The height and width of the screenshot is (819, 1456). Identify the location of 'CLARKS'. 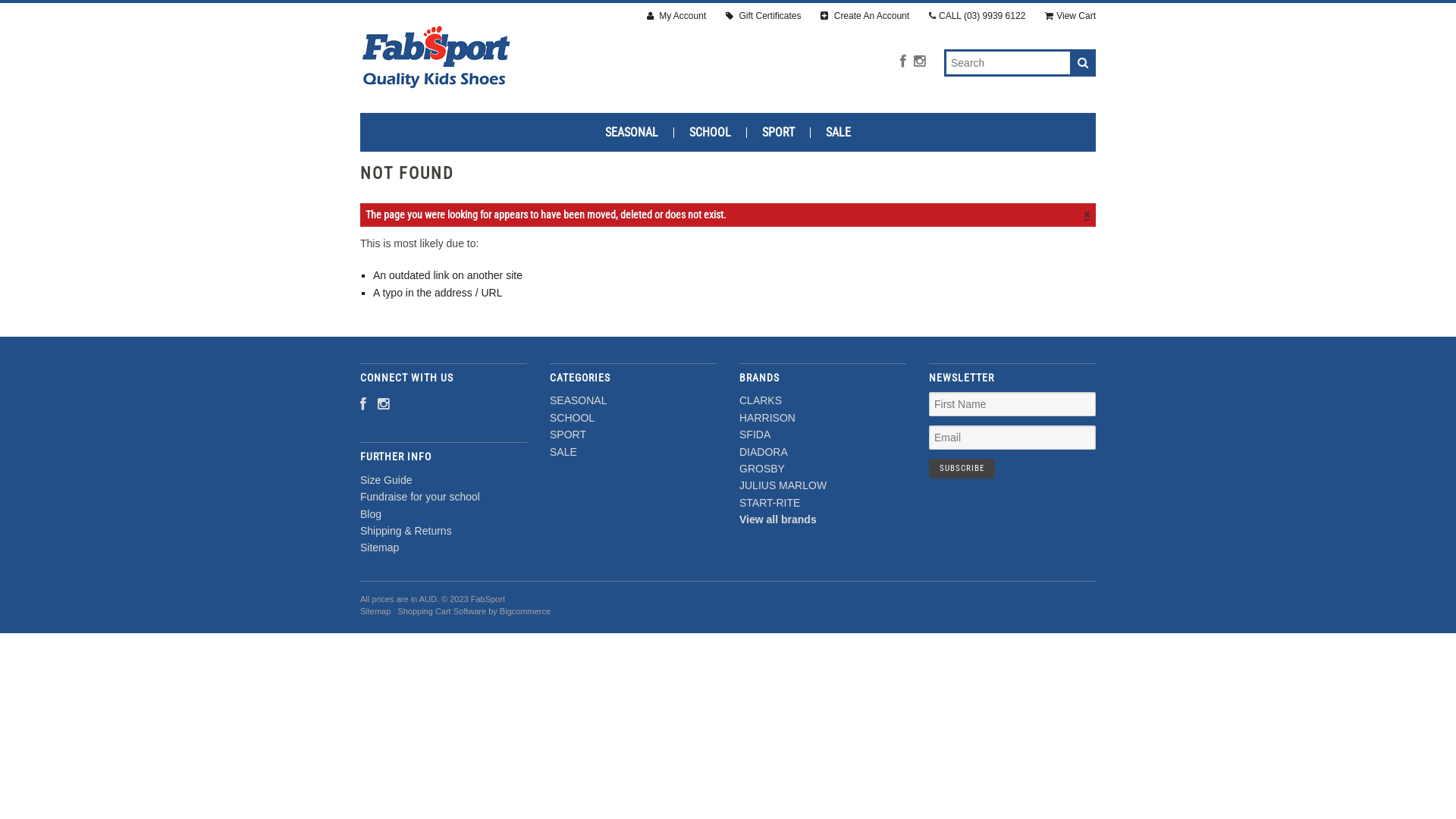
(761, 400).